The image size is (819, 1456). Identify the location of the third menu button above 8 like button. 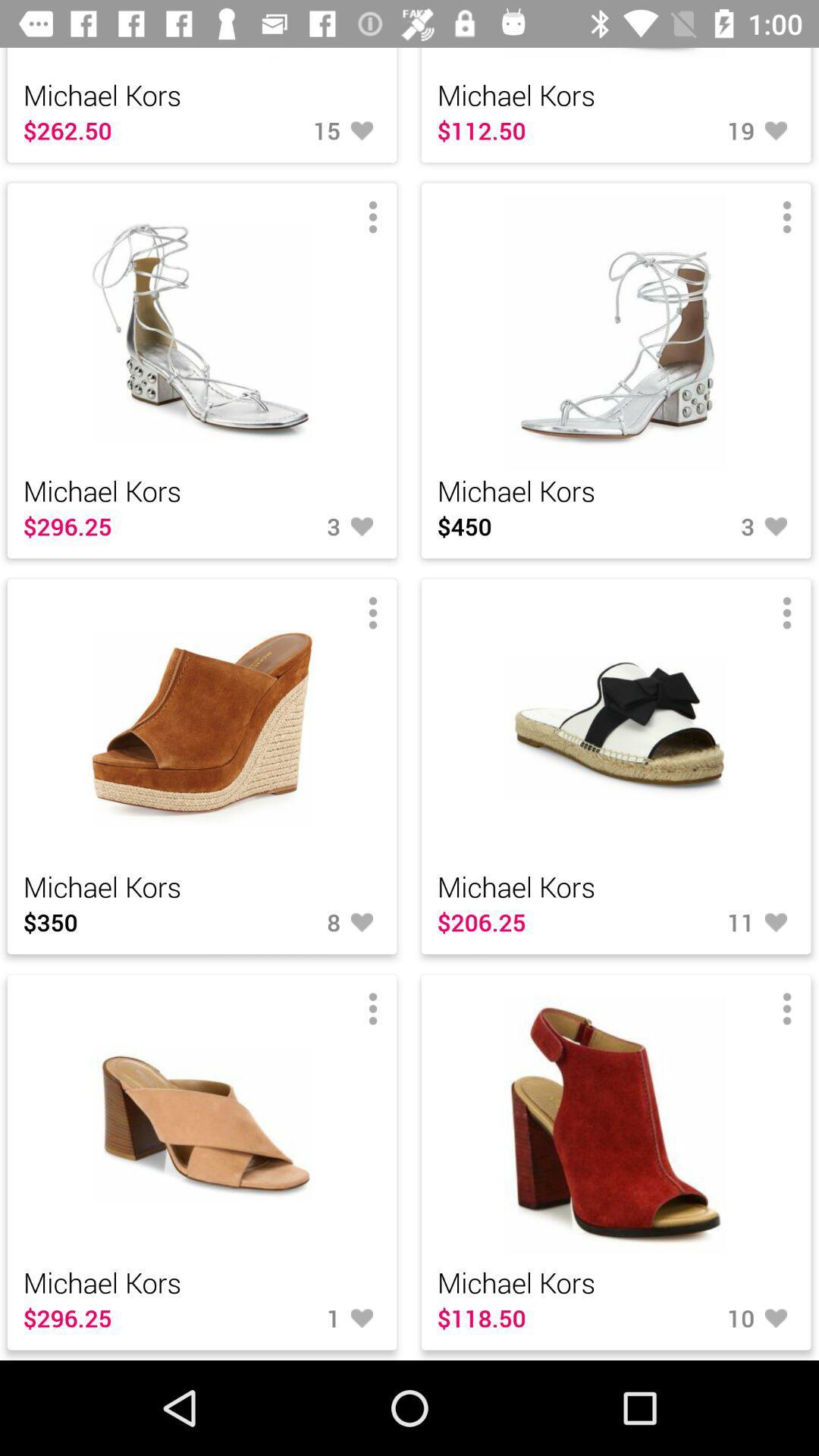
(373, 613).